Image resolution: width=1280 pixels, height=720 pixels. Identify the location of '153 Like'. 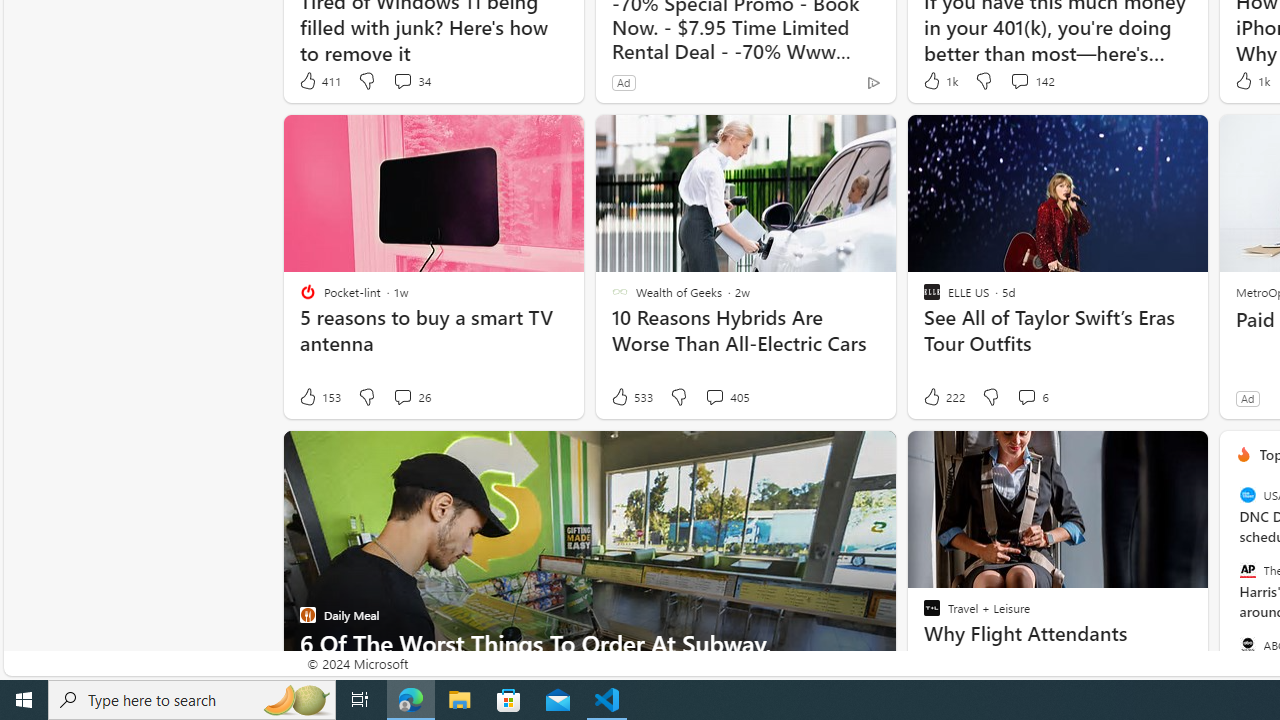
(318, 397).